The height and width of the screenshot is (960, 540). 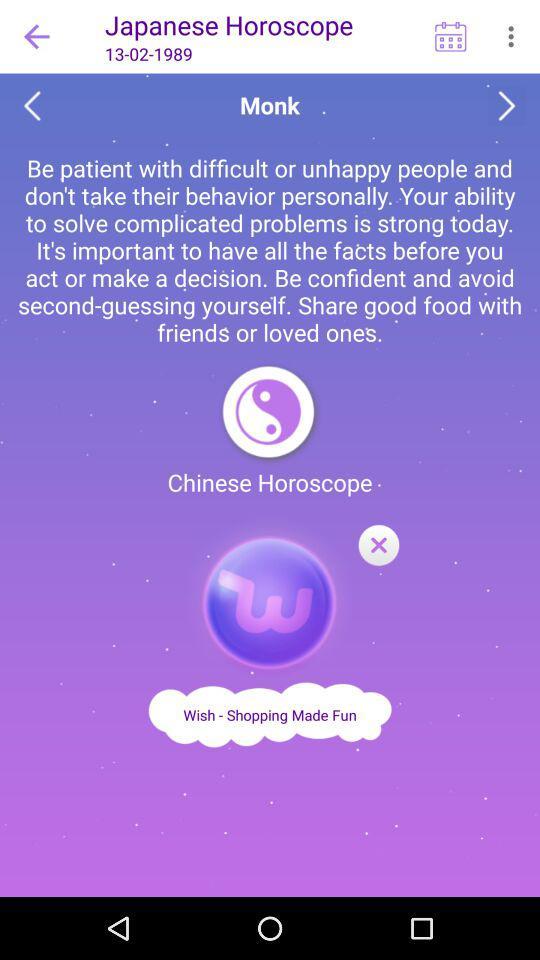 I want to click on previous, so click(x=31, y=106).